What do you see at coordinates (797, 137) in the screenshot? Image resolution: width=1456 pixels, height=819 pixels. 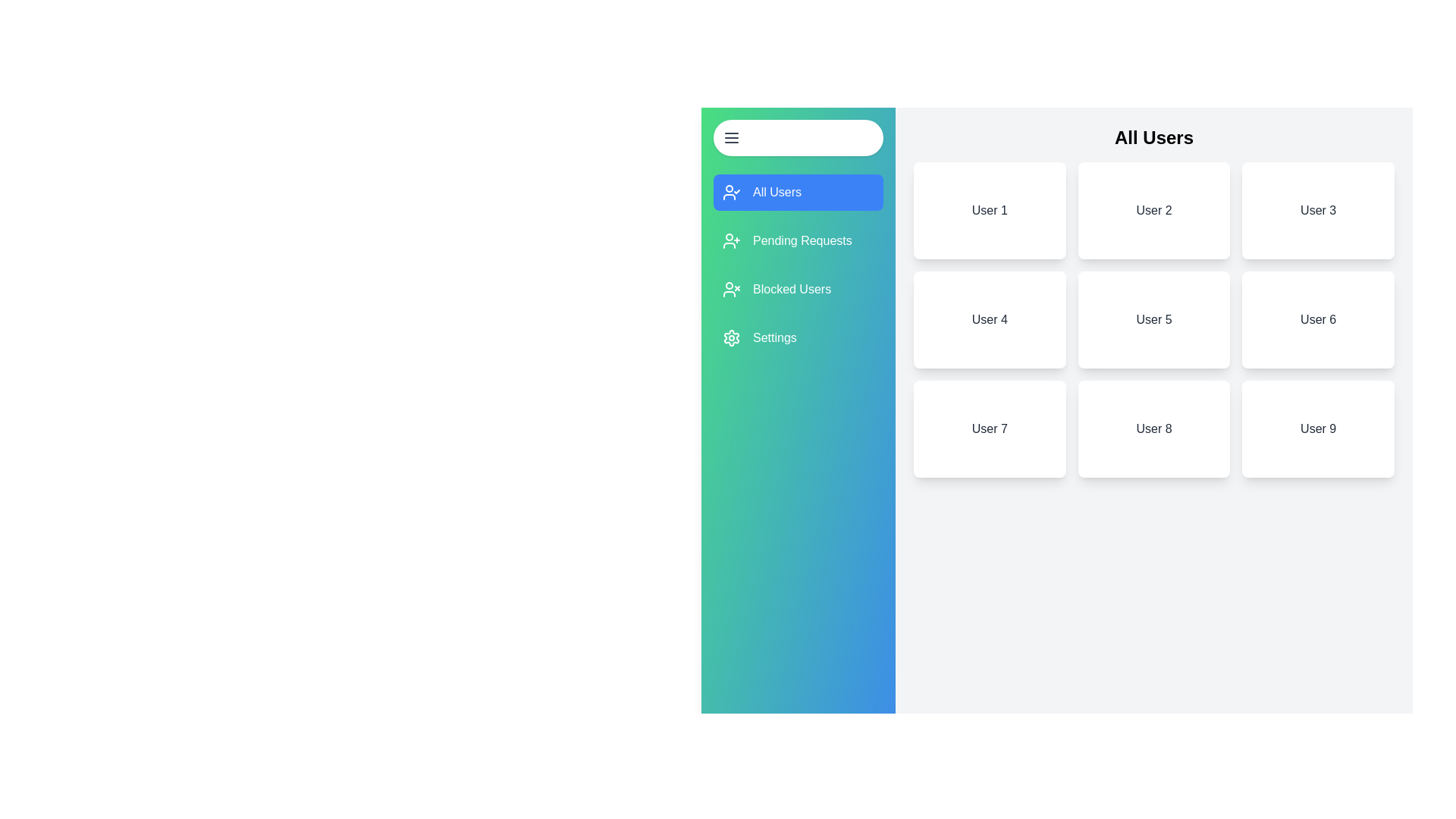 I see `toggle button to open or close the drawer` at bounding box center [797, 137].